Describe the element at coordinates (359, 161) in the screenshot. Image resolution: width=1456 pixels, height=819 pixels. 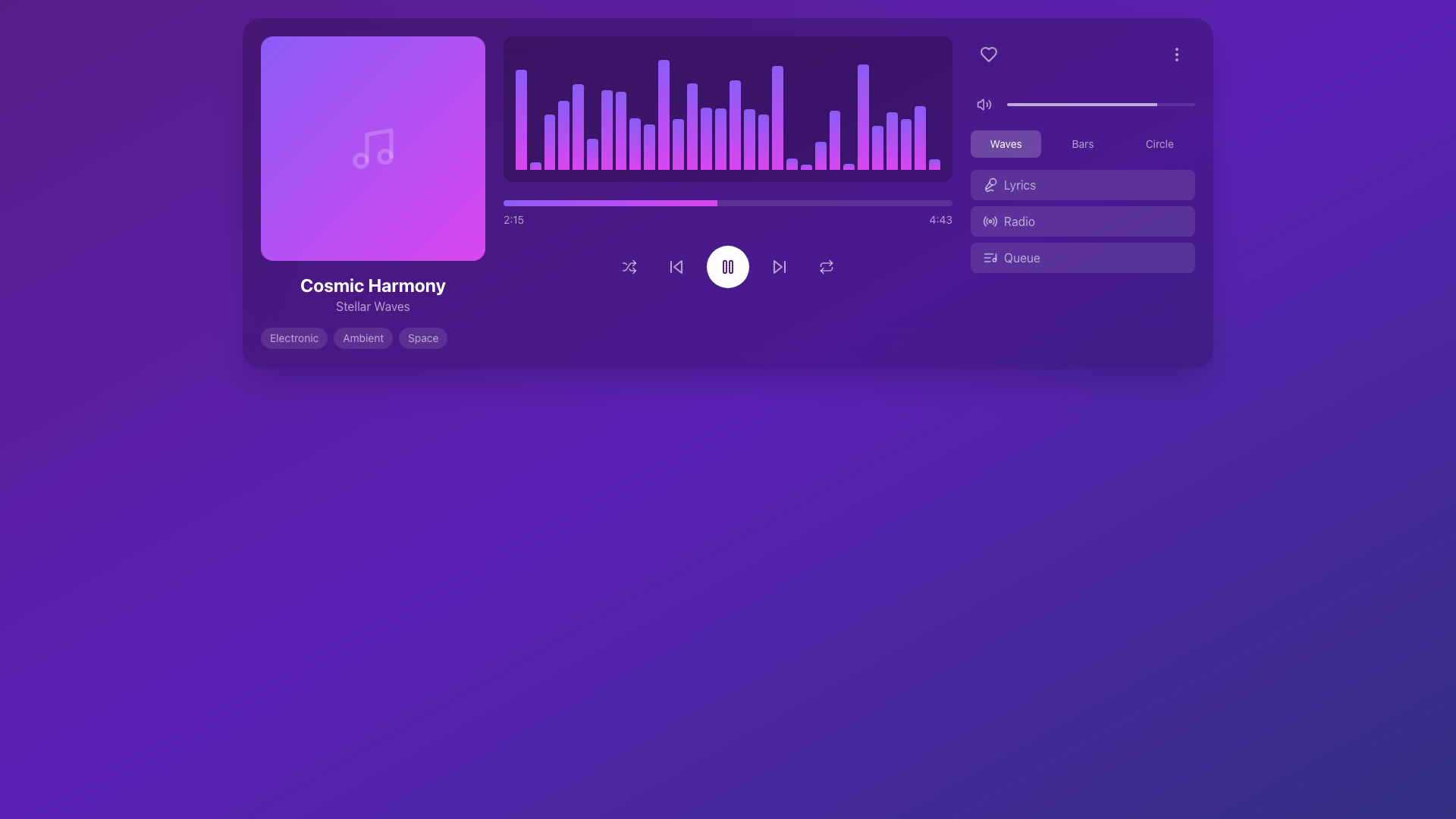
I see `the small circular Decorative SVG graphical component located in the lower-left quarter of the music note icon to modify the SVG graphic` at that location.